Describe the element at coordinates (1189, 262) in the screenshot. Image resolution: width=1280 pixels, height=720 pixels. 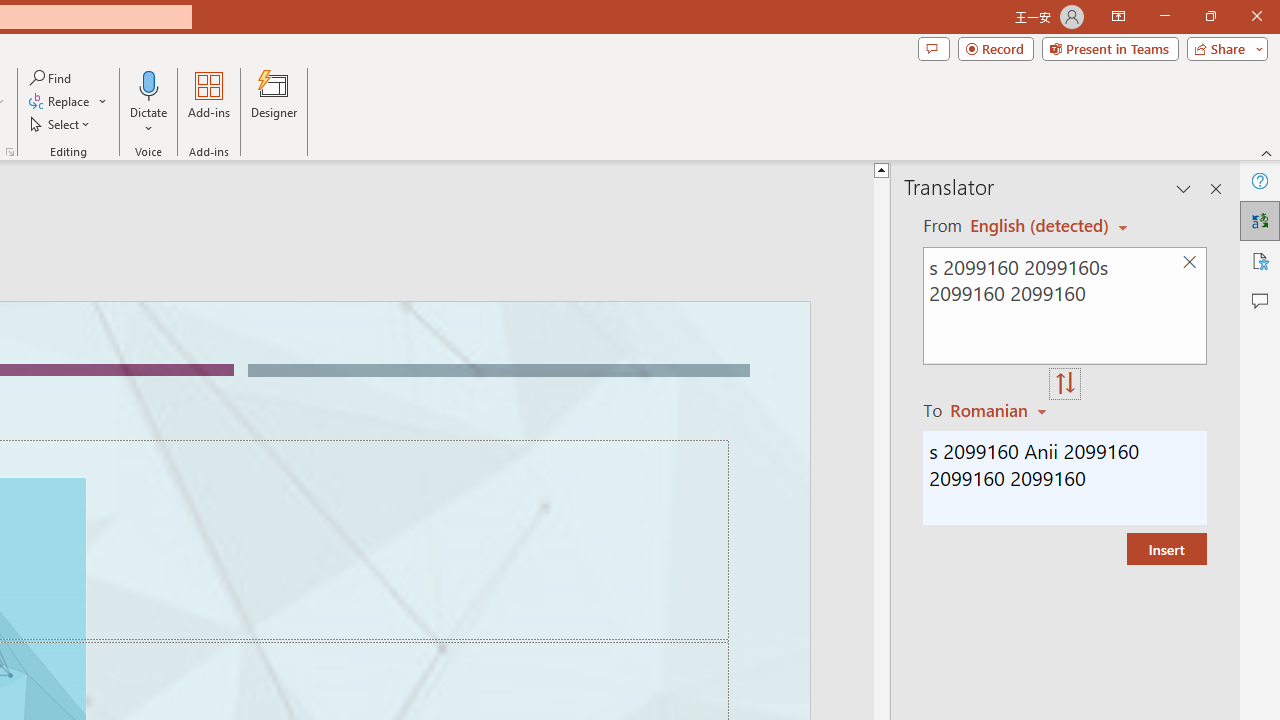
I see `'Clear text'` at that location.